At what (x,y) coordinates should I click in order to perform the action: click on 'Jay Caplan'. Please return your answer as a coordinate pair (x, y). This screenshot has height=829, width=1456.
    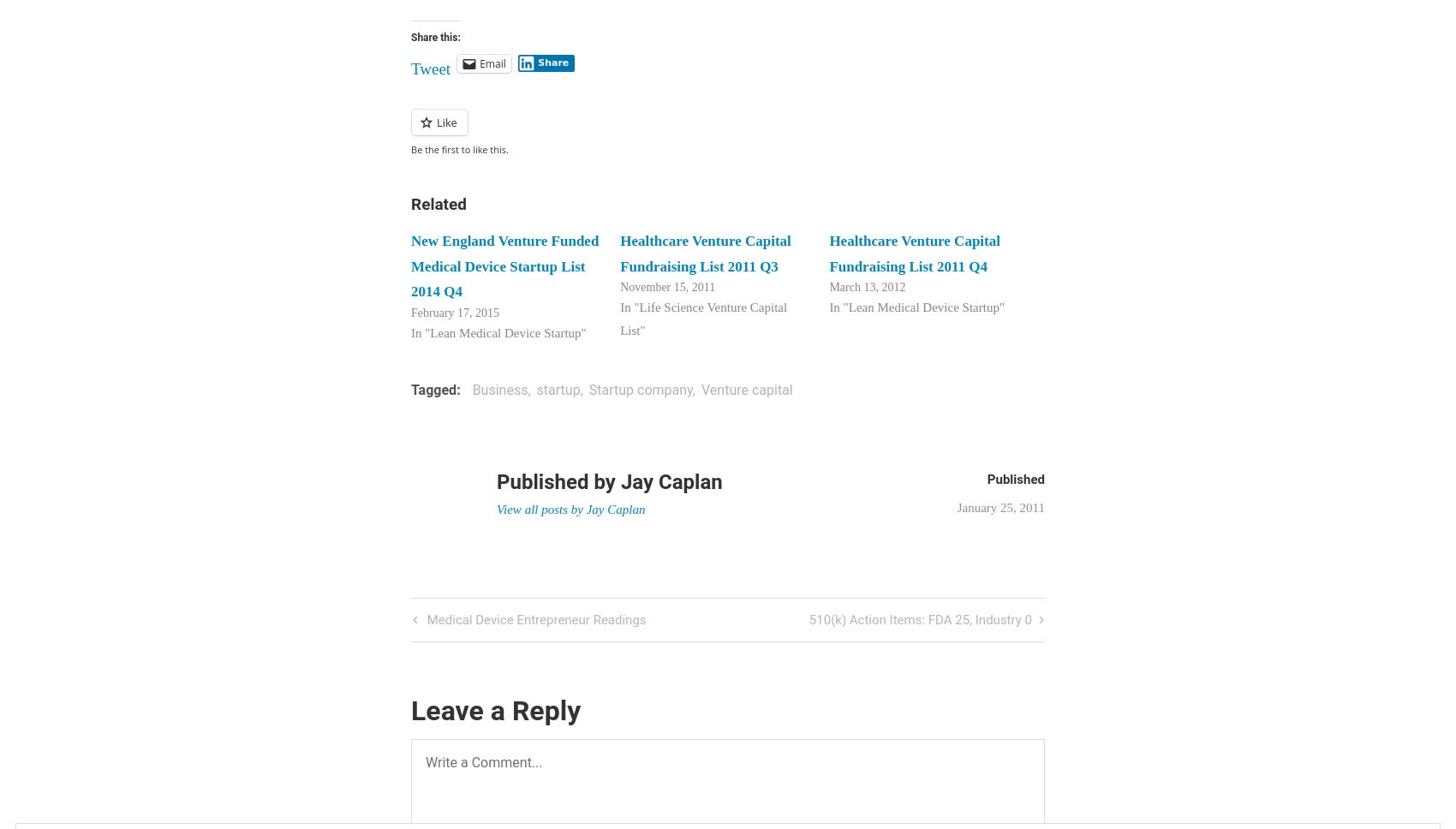
    Looking at the image, I should click on (620, 480).